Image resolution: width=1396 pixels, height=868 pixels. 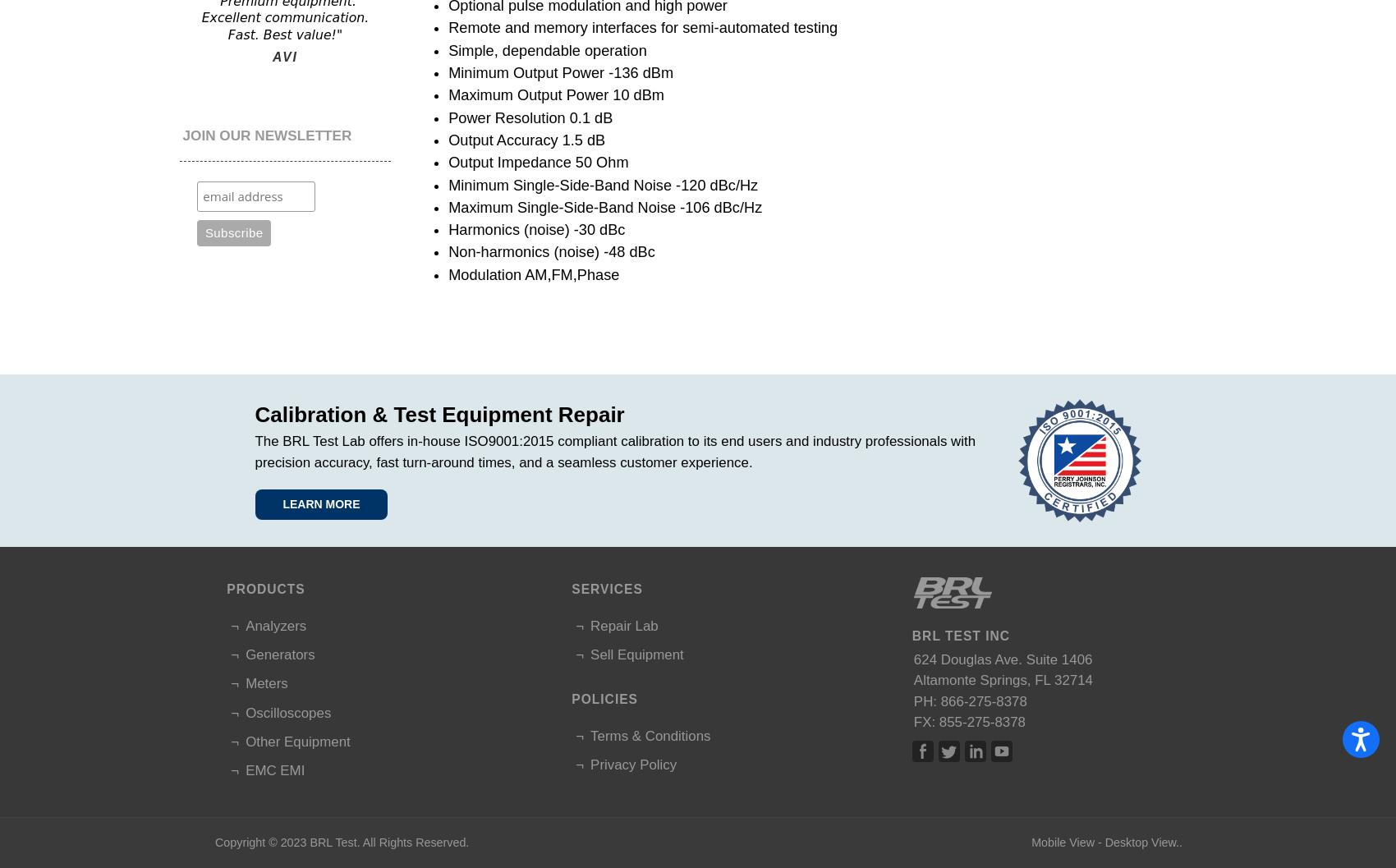 I want to click on 'Minimum Output Power -136 dBm', so click(x=448, y=71).